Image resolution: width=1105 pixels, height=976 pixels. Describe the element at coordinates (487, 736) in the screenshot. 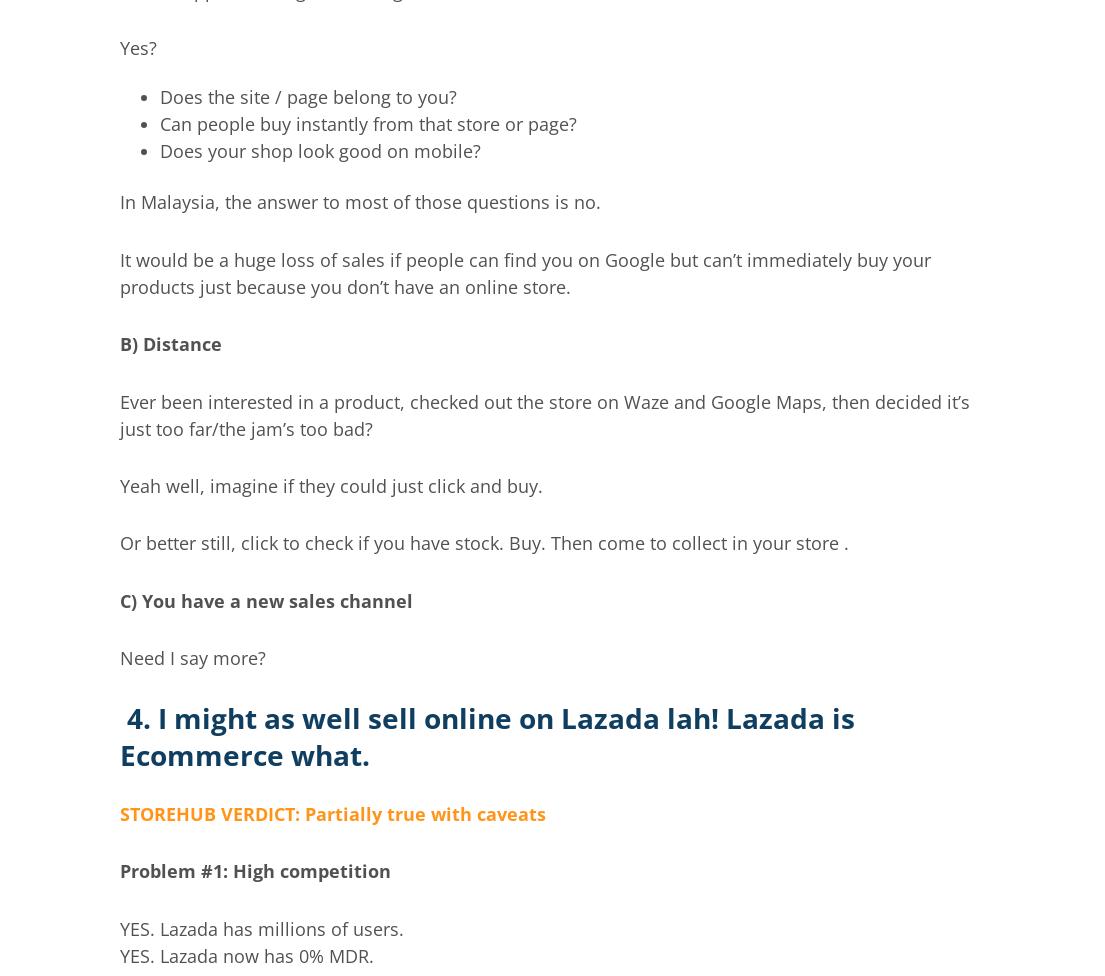

I see `'4. I might as well sell online on Lazada lah! Lazada is Ecommerce what.'` at that location.